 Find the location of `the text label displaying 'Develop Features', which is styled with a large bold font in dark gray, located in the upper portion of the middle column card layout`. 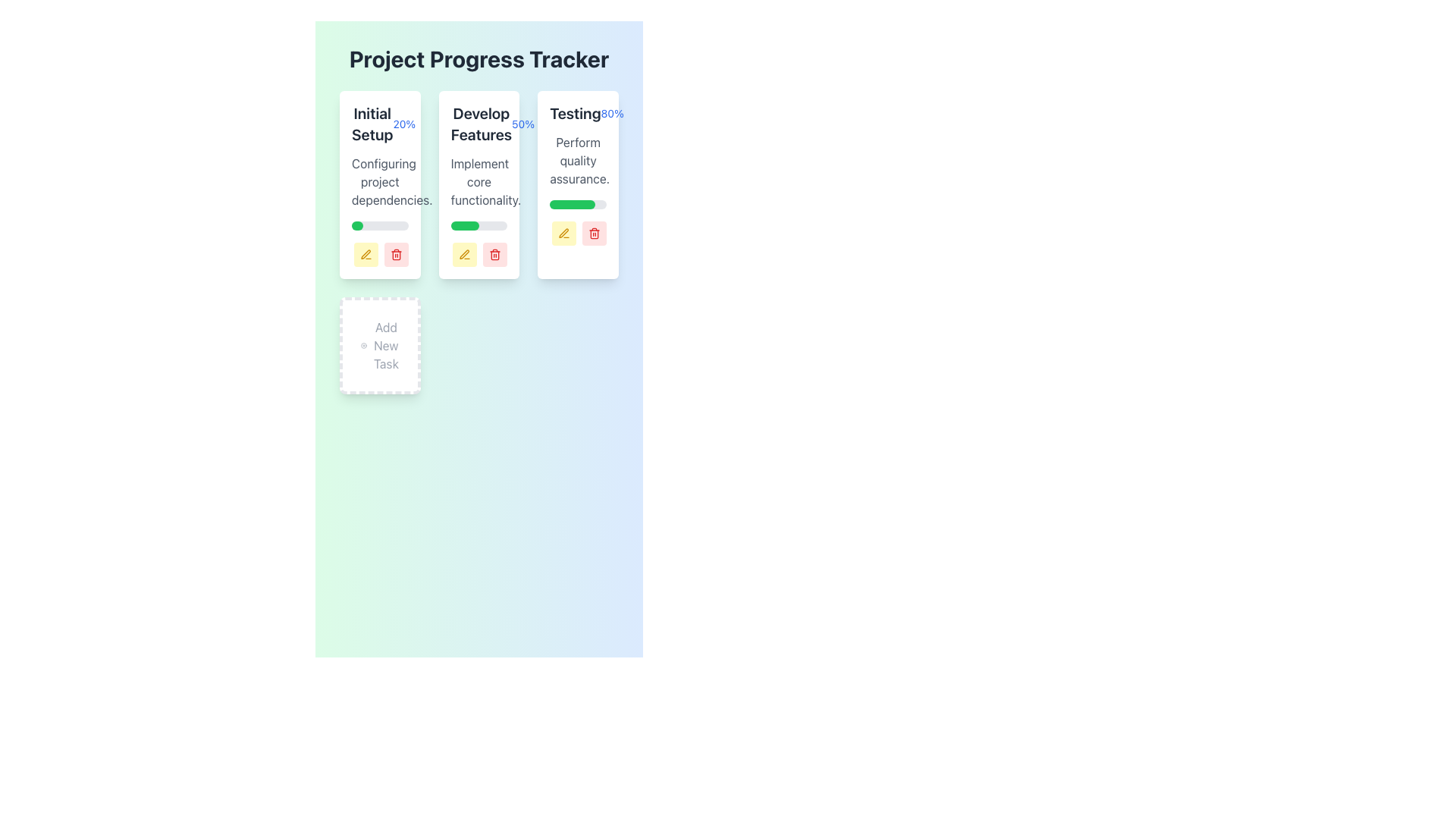

the text label displaying 'Develop Features', which is styled with a large bold font in dark gray, located in the upper portion of the middle column card layout is located at coordinates (480, 124).